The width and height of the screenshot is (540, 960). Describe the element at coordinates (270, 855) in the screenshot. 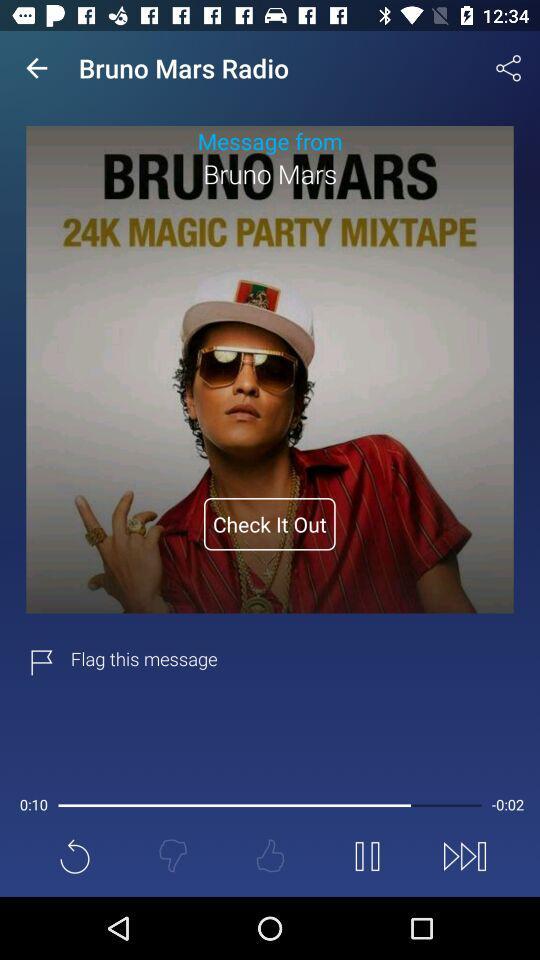

I see `the thumbs_up icon` at that location.